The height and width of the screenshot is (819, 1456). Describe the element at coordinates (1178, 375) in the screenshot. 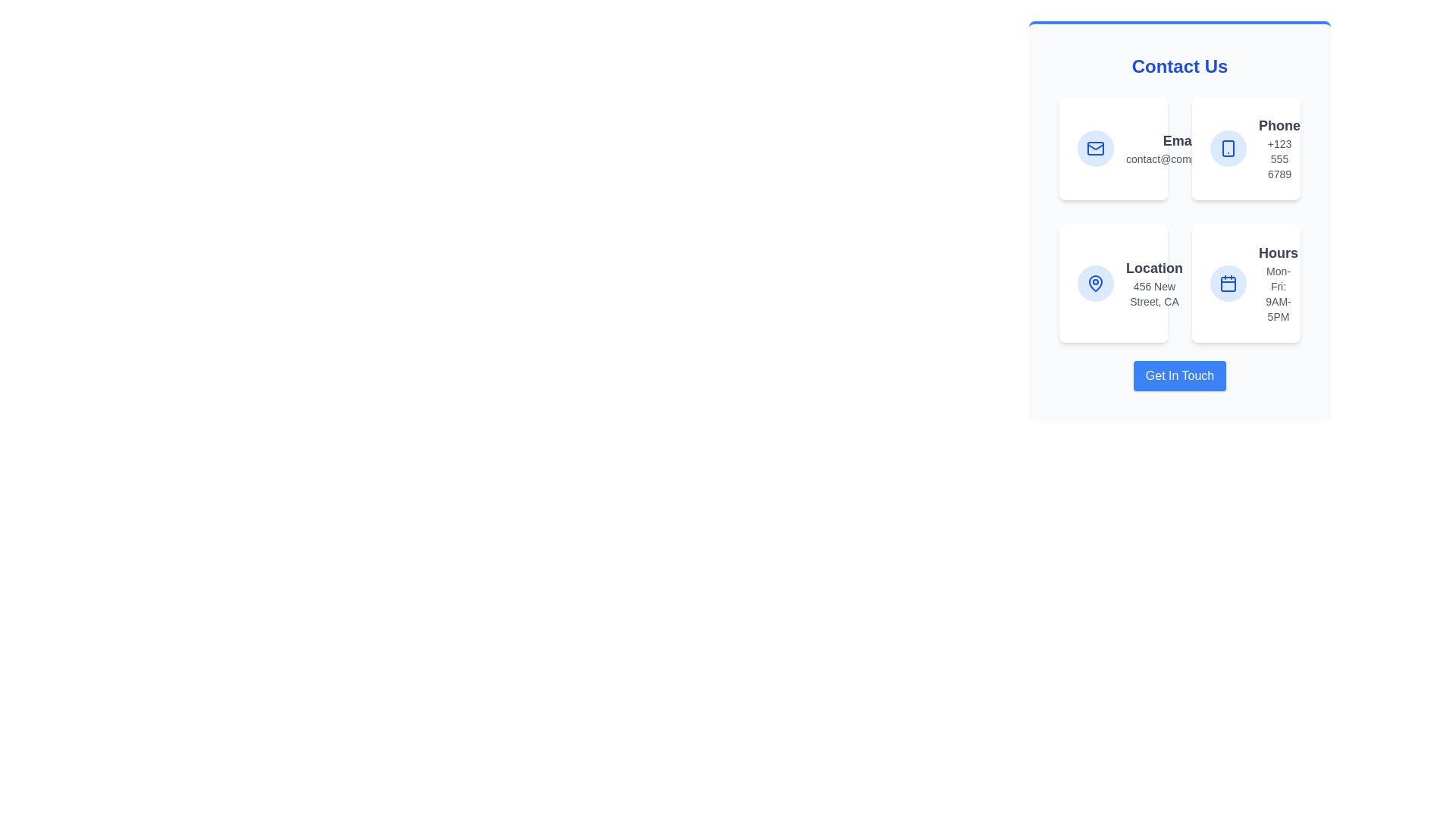

I see `the actionable button at the bottom of the contact details section to initiate the contact process` at that location.